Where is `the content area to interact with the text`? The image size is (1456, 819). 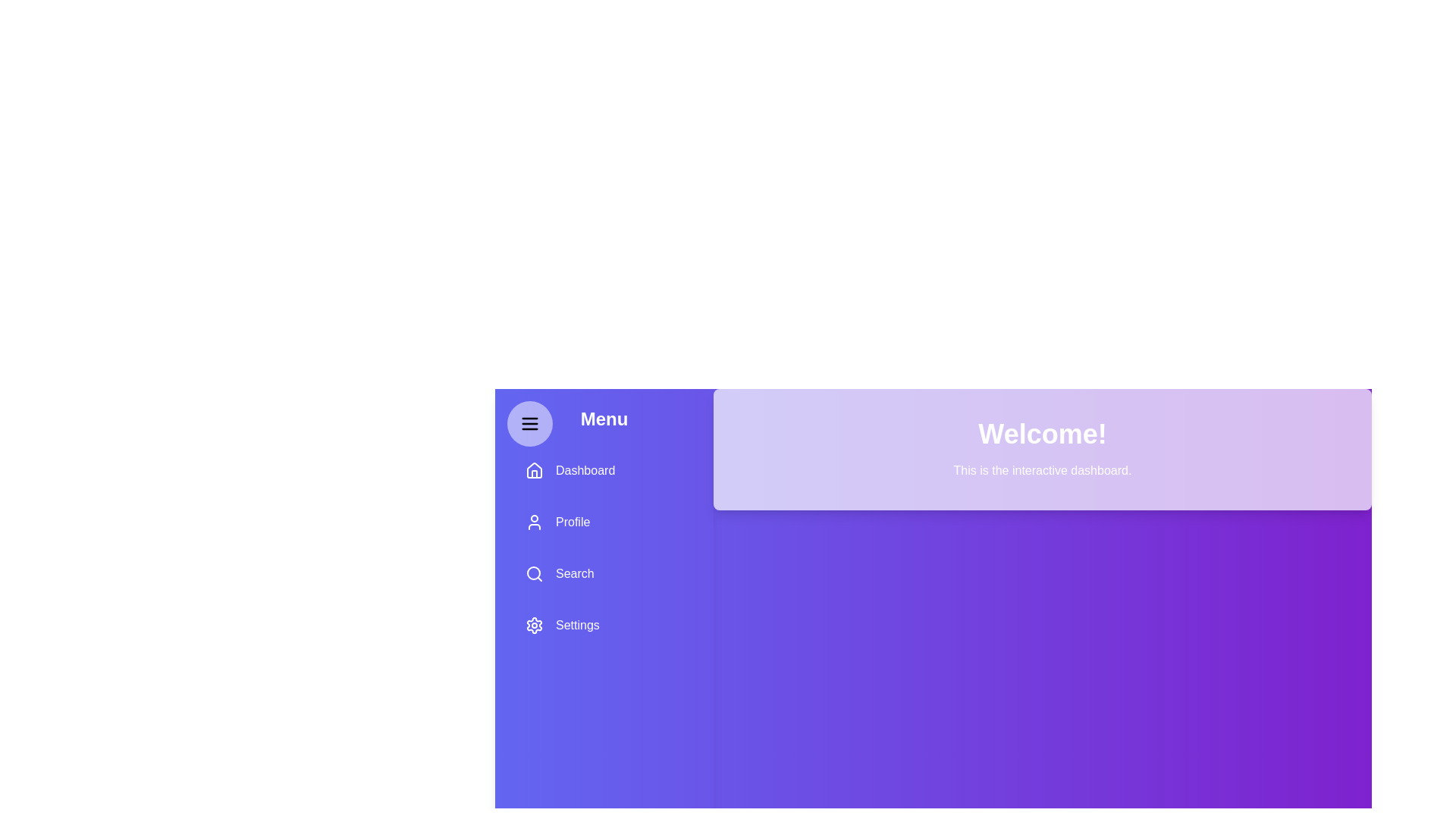
the content area to interact with the text is located at coordinates (1041, 470).